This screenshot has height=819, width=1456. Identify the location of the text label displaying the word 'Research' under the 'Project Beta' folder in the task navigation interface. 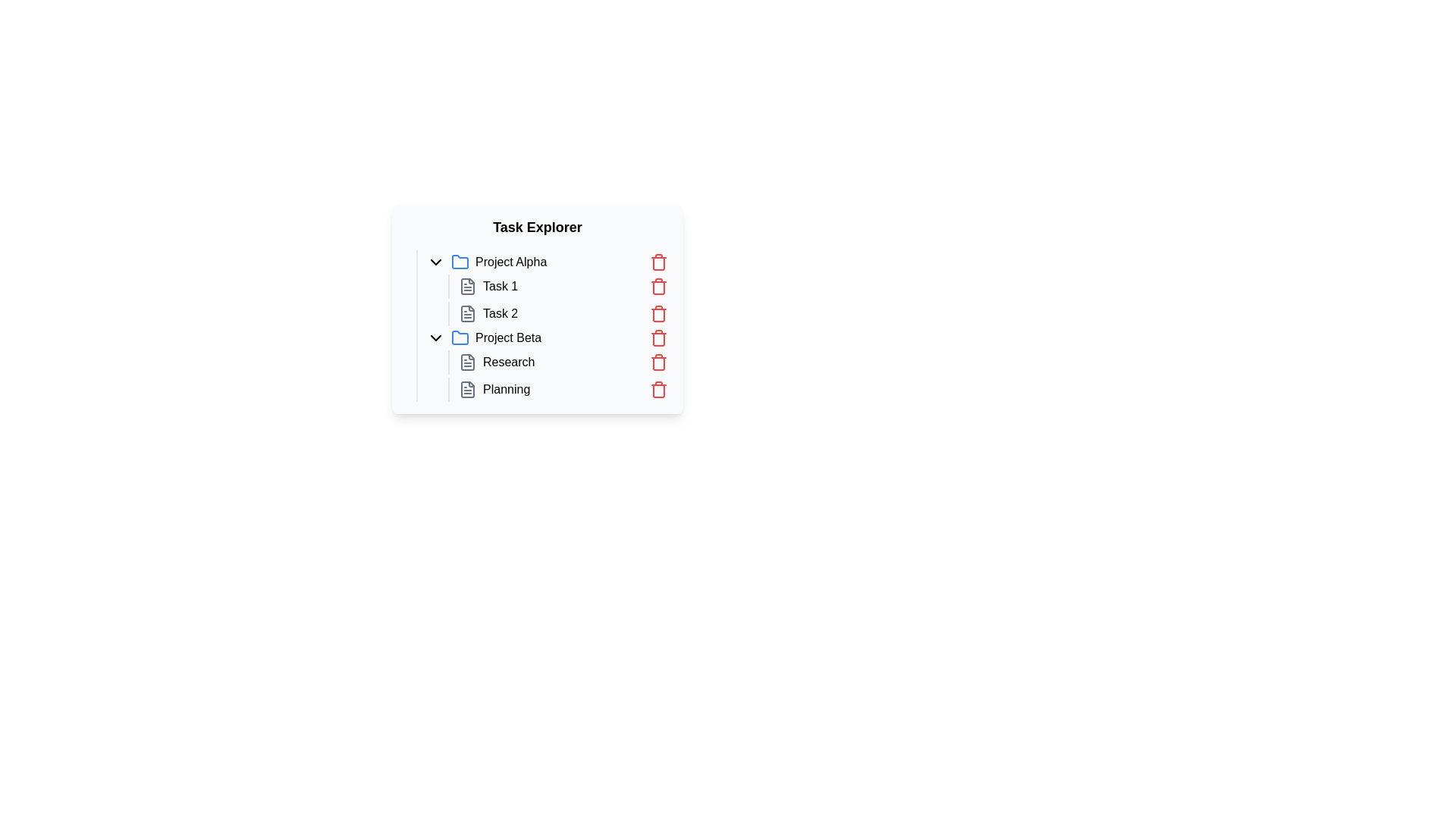
(509, 362).